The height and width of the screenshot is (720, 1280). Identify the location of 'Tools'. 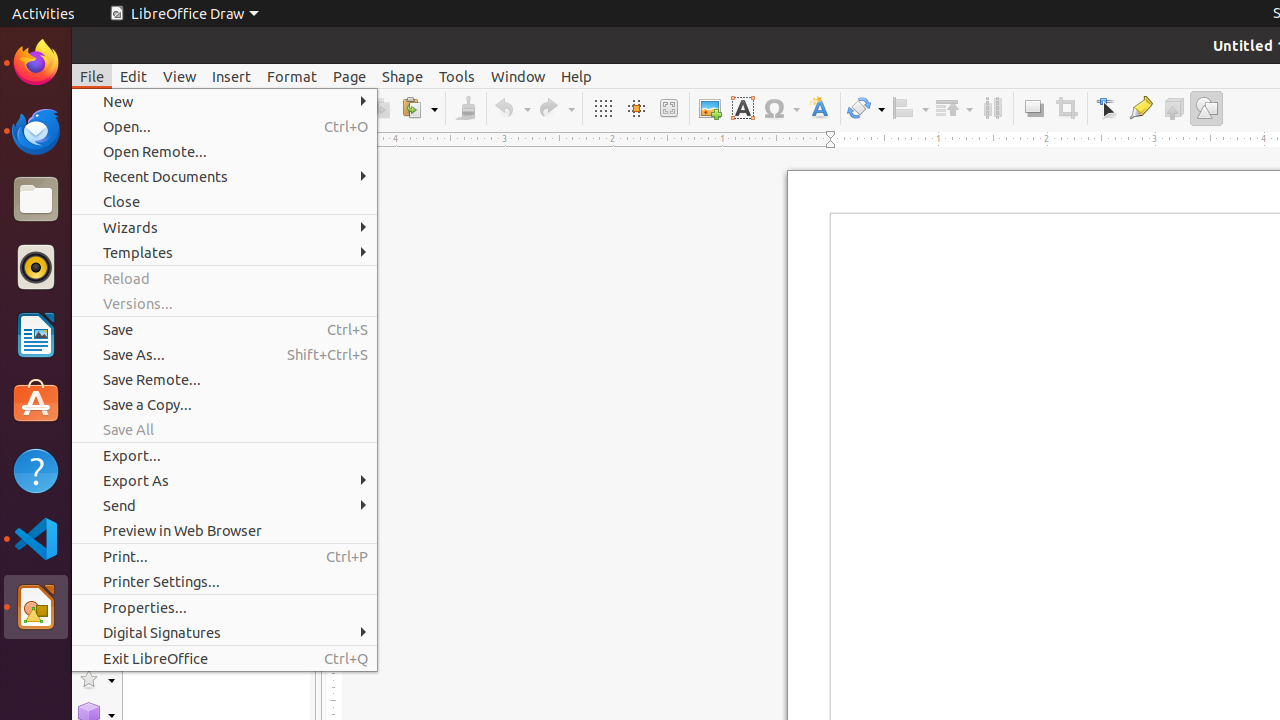
(455, 75).